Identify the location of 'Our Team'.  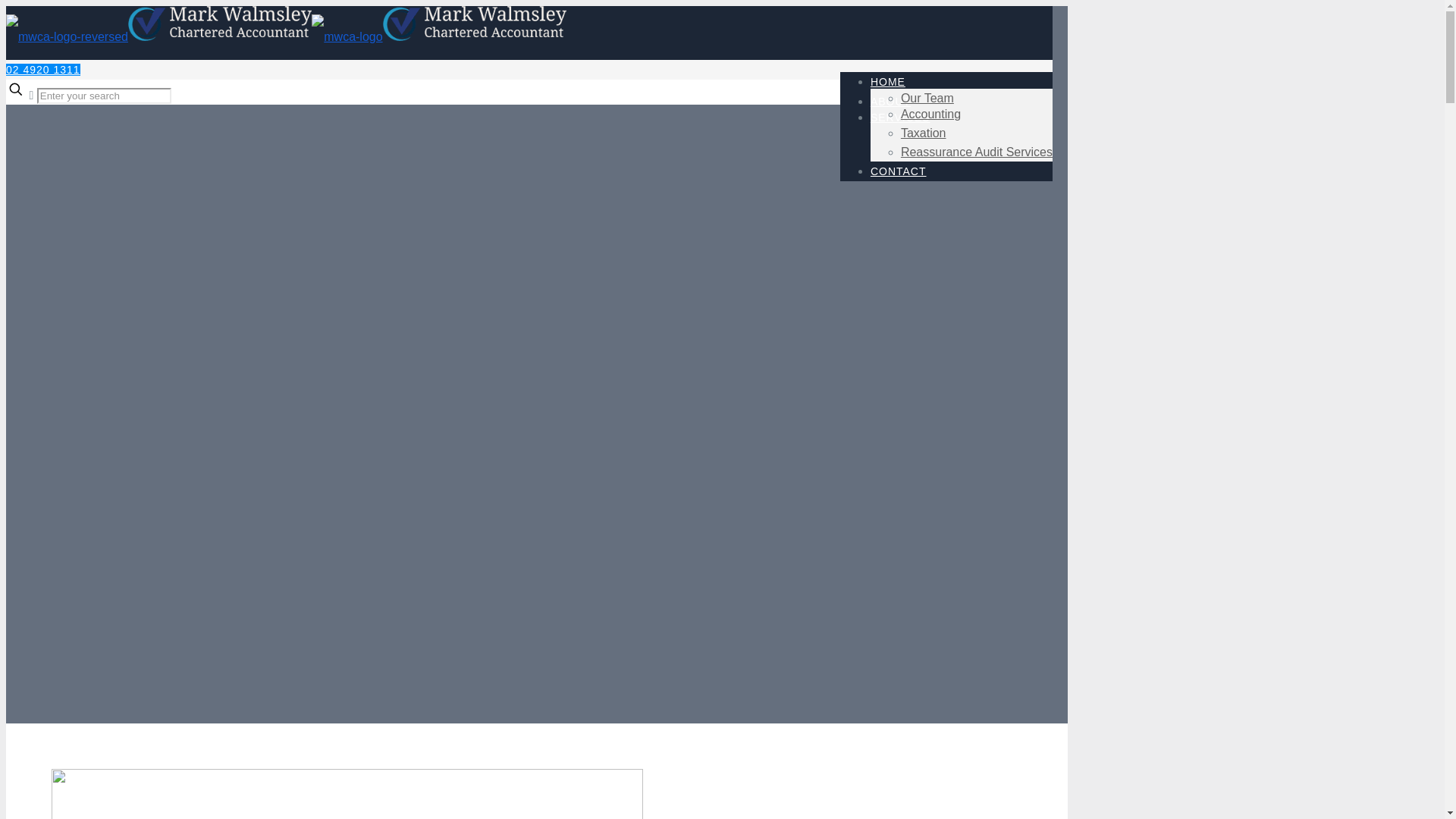
(901, 98).